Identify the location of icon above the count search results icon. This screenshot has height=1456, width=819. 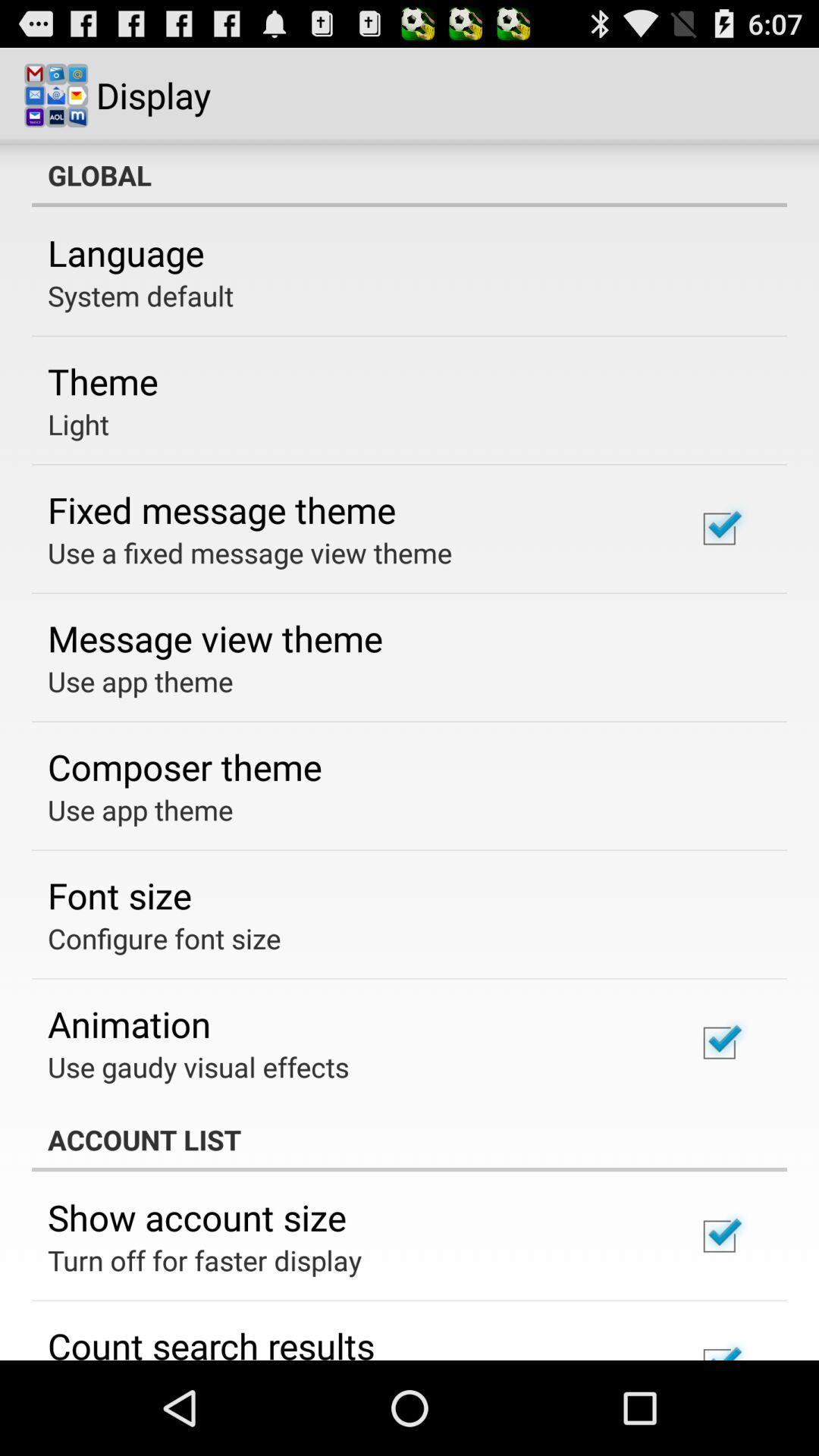
(205, 1260).